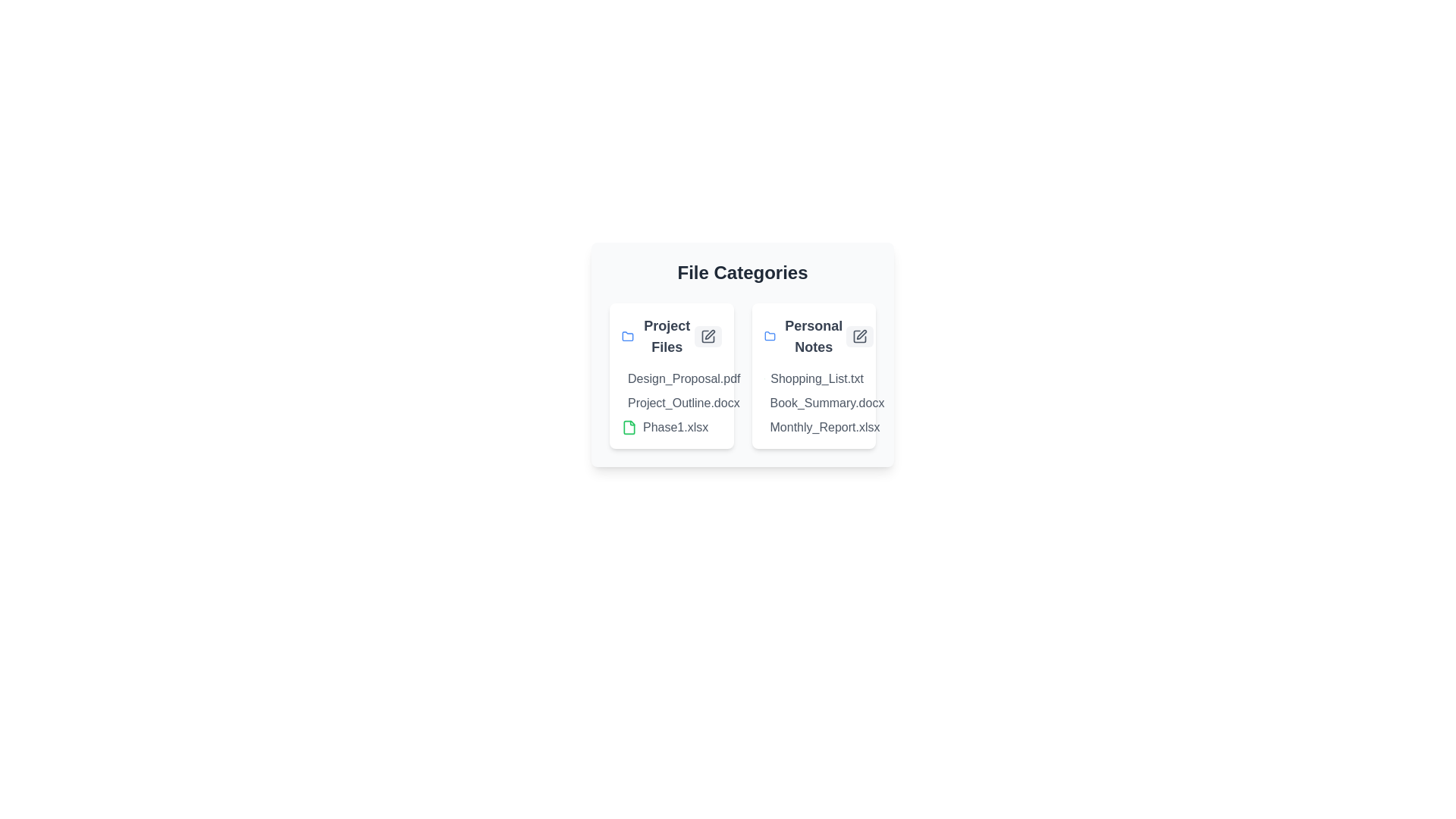 This screenshot has height=819, width=1456. I want to click on the document named Monthly_Report.xlsx, so click(795, 427).